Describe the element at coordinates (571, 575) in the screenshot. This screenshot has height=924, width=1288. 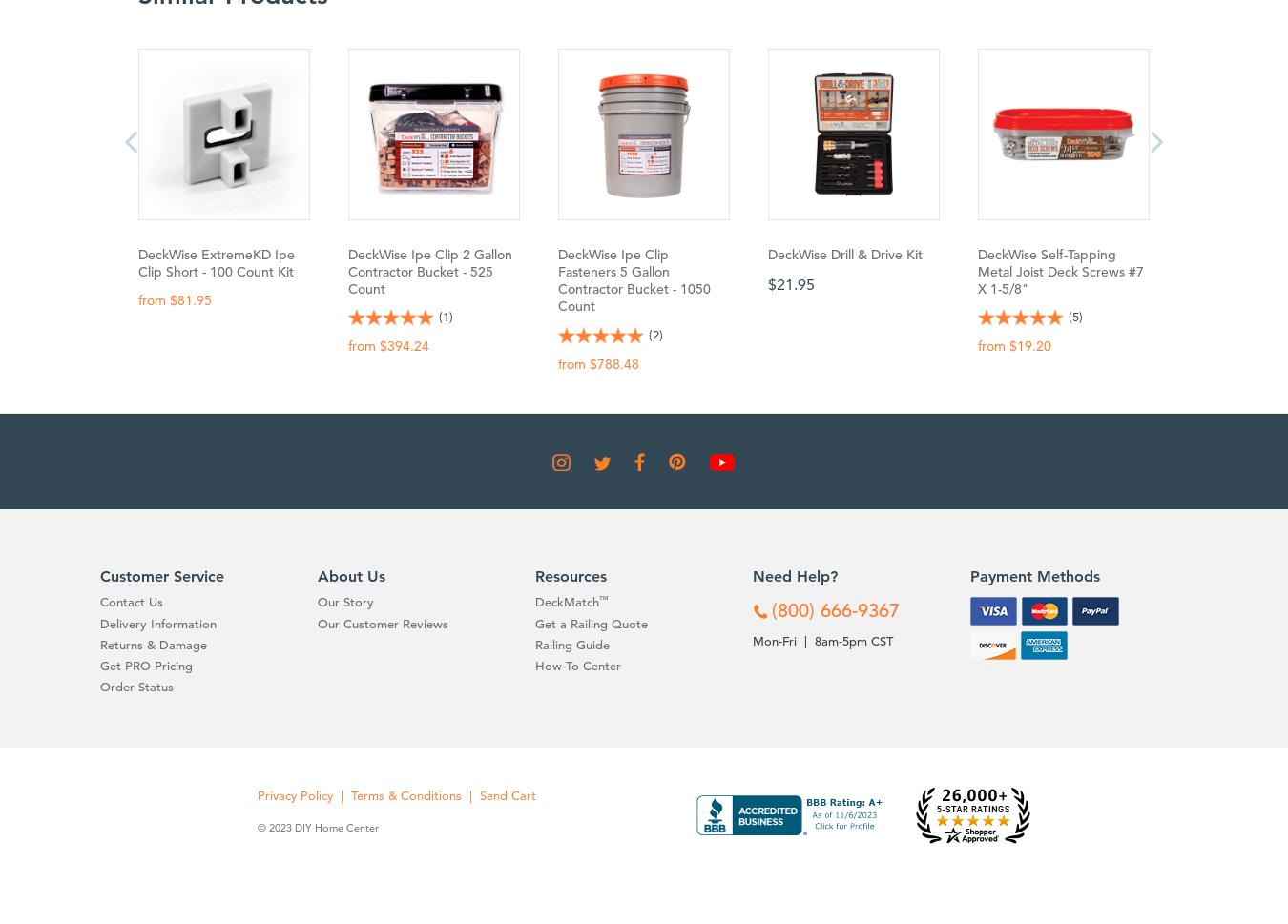
I see `'Resources'` at that location.